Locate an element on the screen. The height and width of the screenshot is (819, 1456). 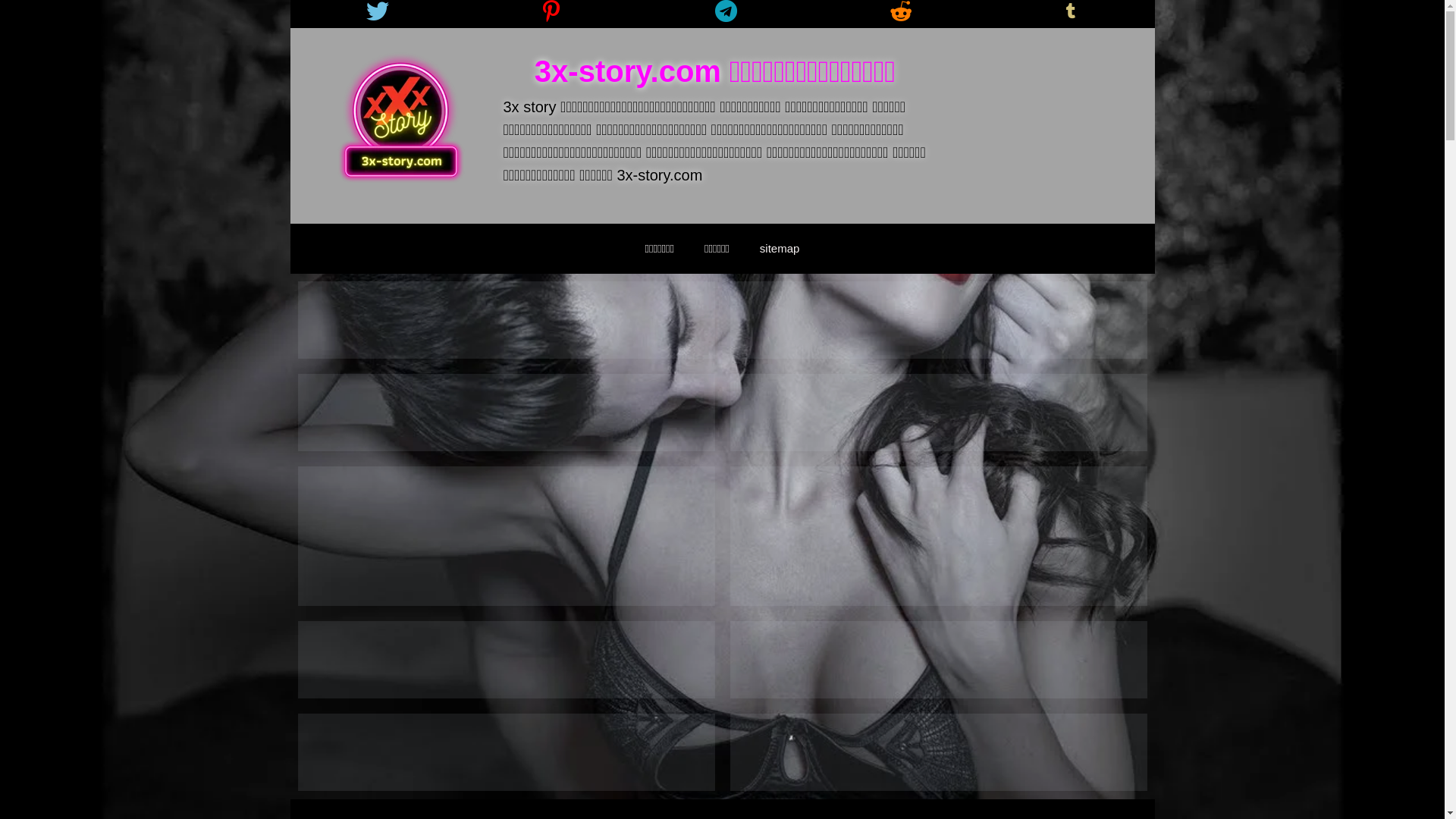
'sitemap' is located at coordinates (780, 247).